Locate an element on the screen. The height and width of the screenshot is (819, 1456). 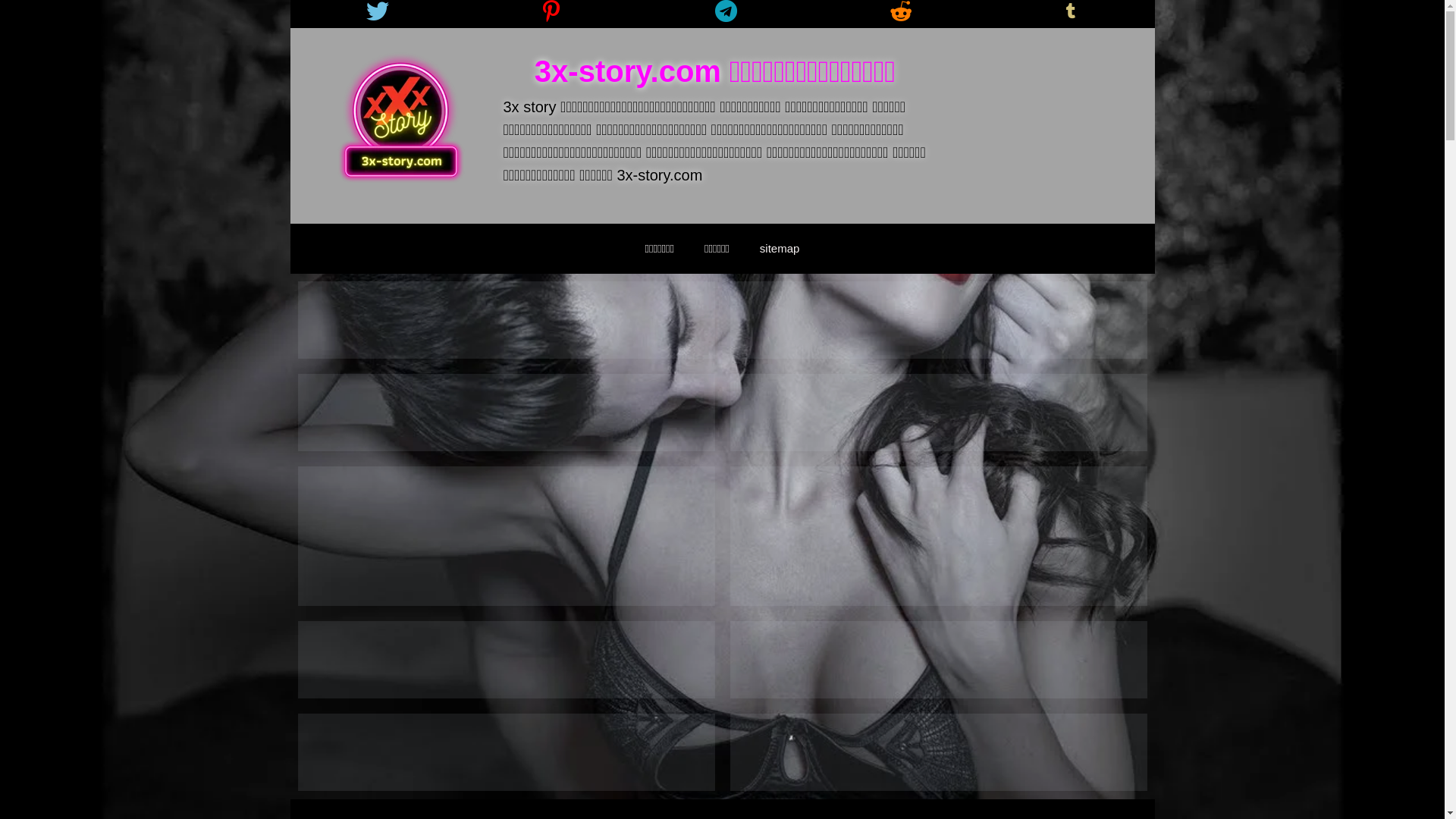
'sitemap' is located at coordinates (780, 247).